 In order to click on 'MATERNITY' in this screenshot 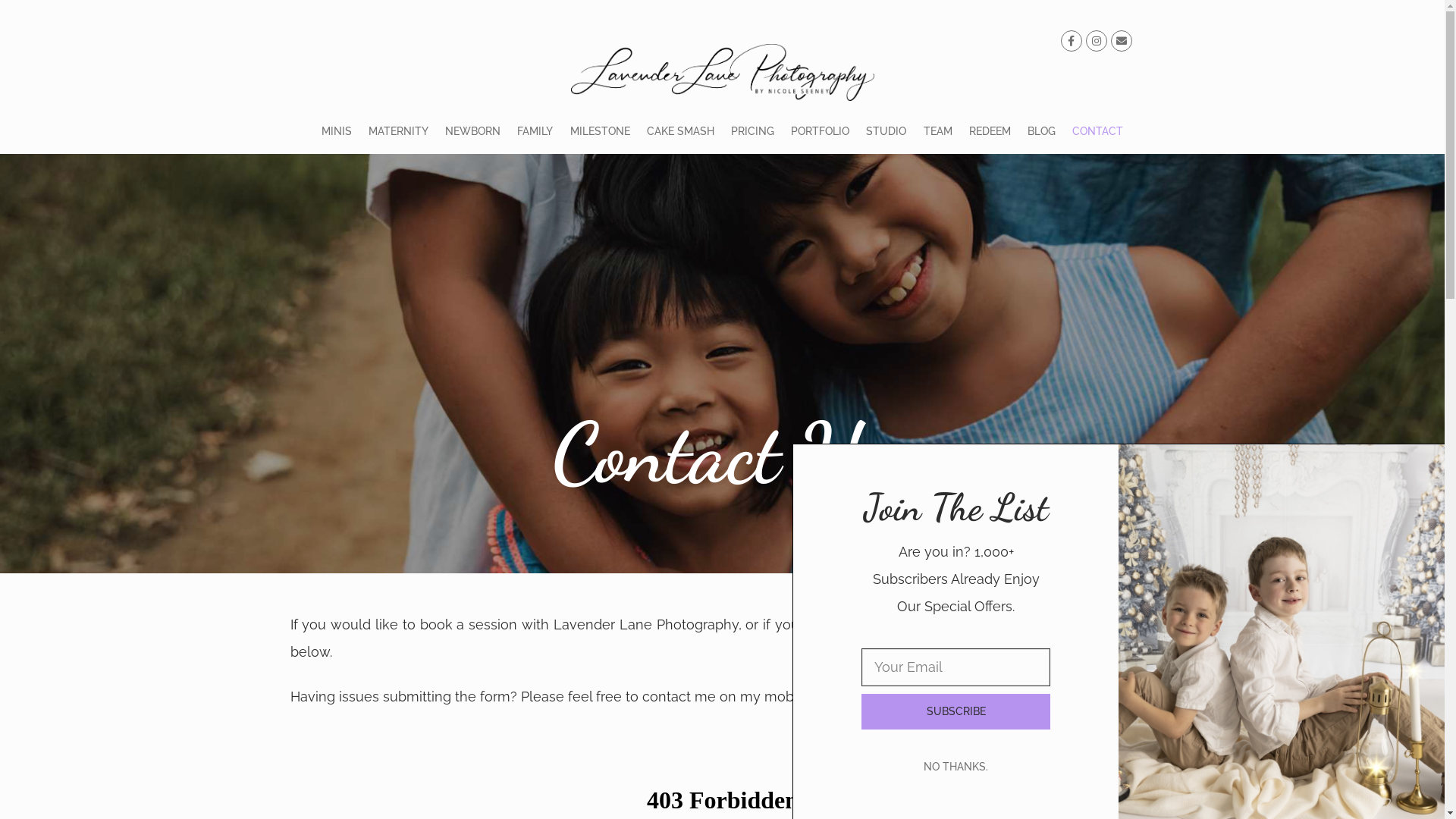, I will do `click(398, 130)`.